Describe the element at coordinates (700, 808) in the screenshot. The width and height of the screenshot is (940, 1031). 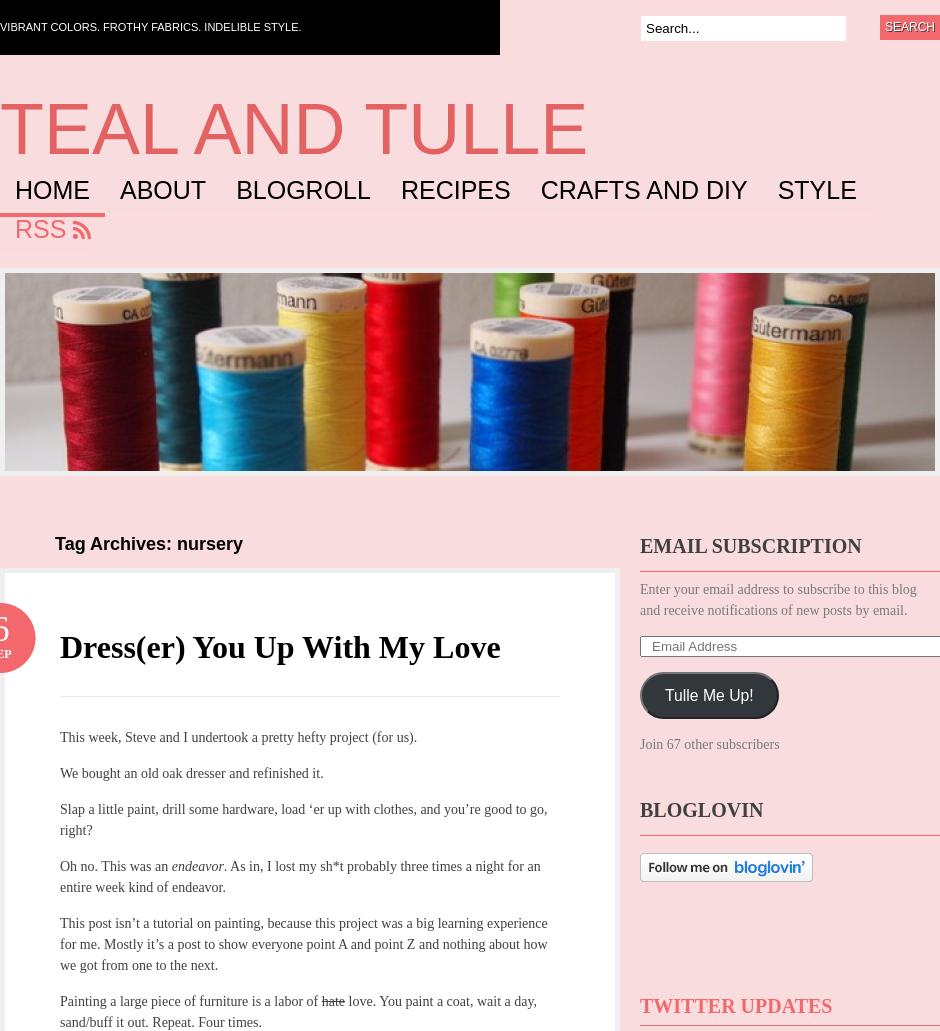
I see `'BlogLovin'` at that location.